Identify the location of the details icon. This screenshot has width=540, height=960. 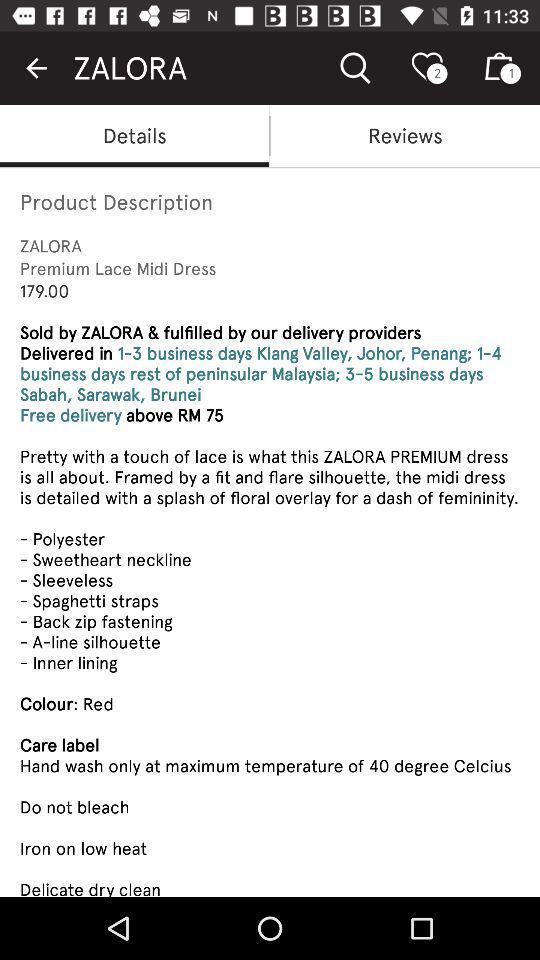
(134, 134).